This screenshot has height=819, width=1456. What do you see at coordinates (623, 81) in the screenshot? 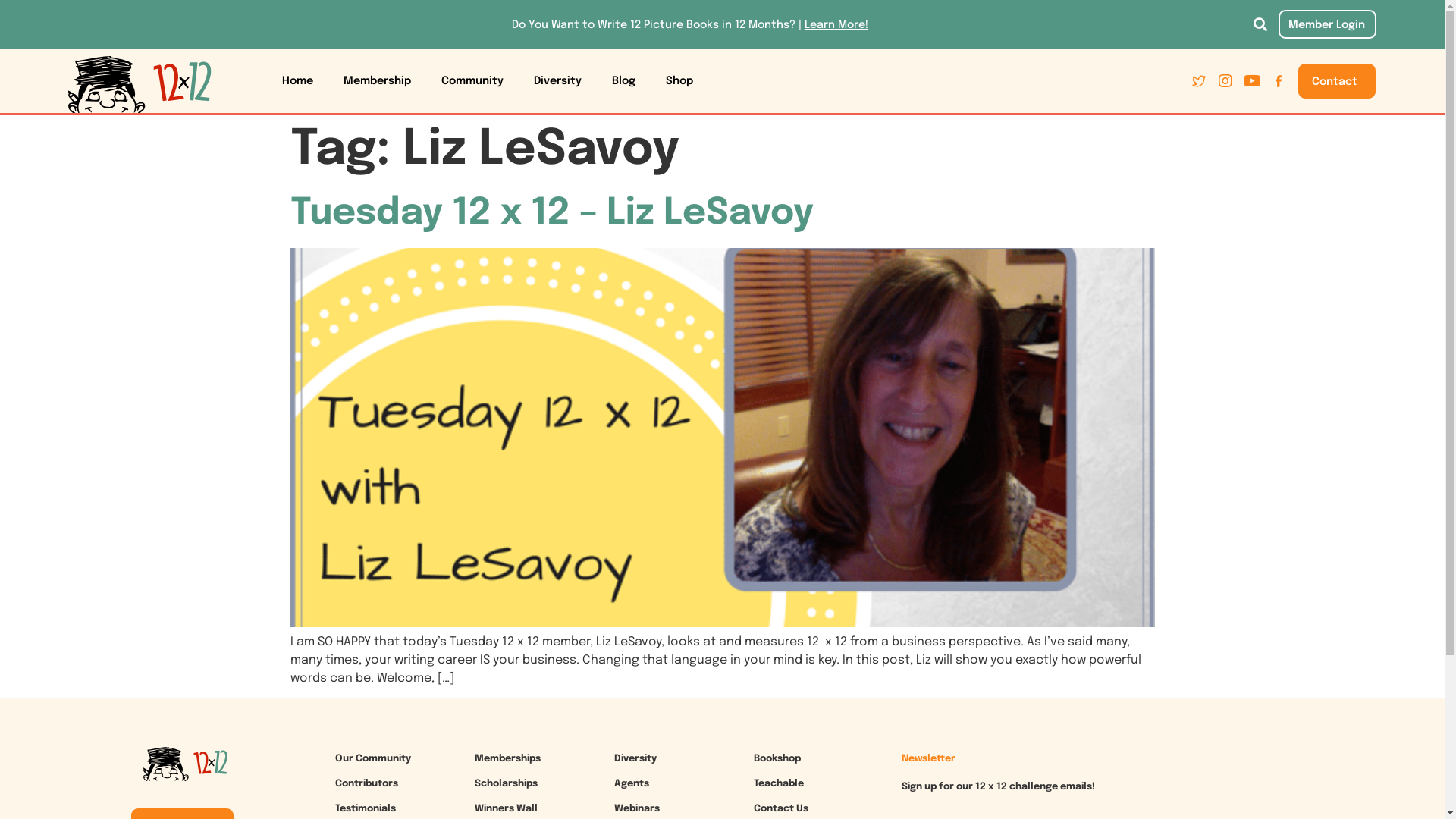
I see `'Blog'` at bounding box center [623, 81].